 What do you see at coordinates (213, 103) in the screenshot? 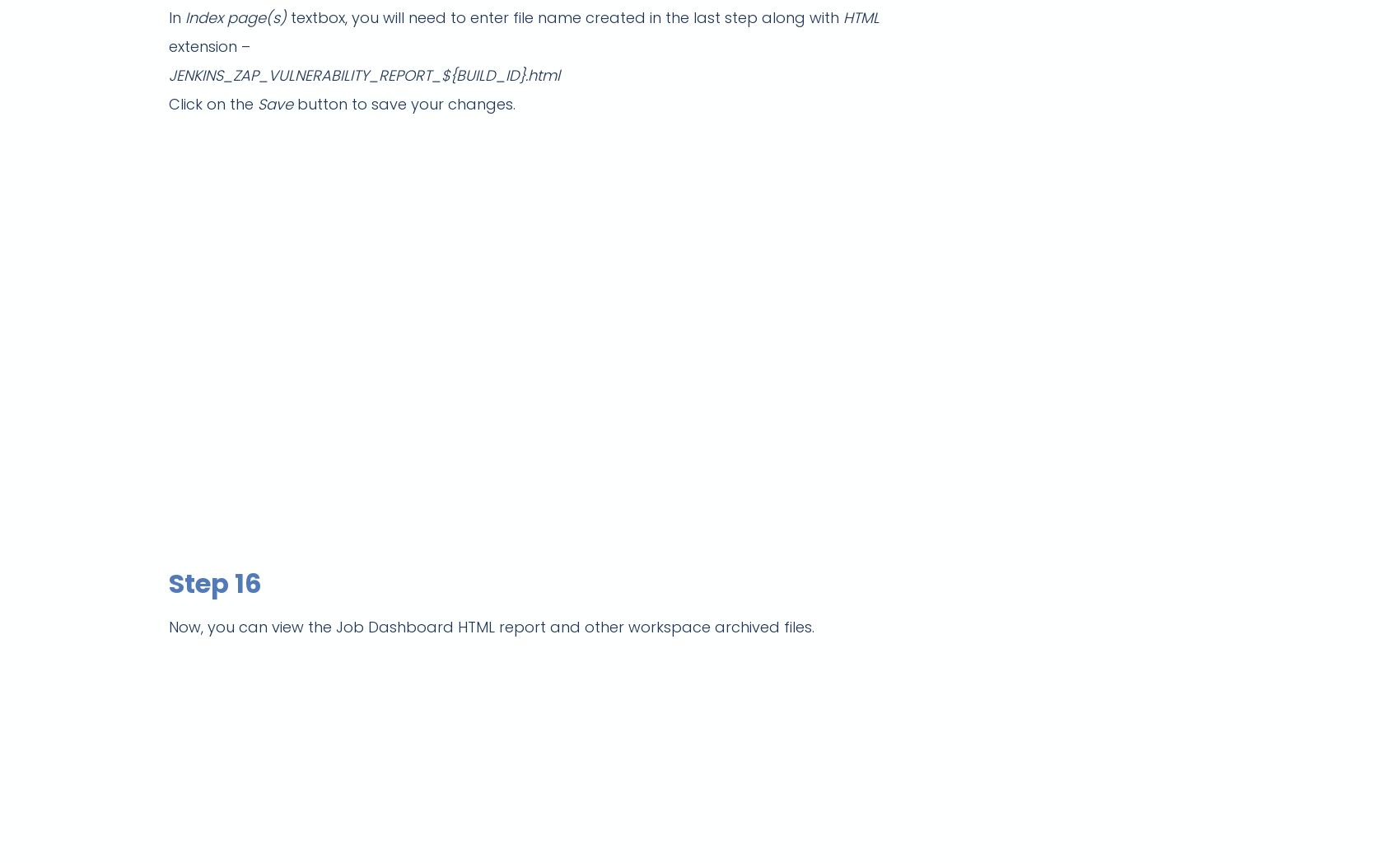
I see `'Click on the'` at bounding box center [213, 103].